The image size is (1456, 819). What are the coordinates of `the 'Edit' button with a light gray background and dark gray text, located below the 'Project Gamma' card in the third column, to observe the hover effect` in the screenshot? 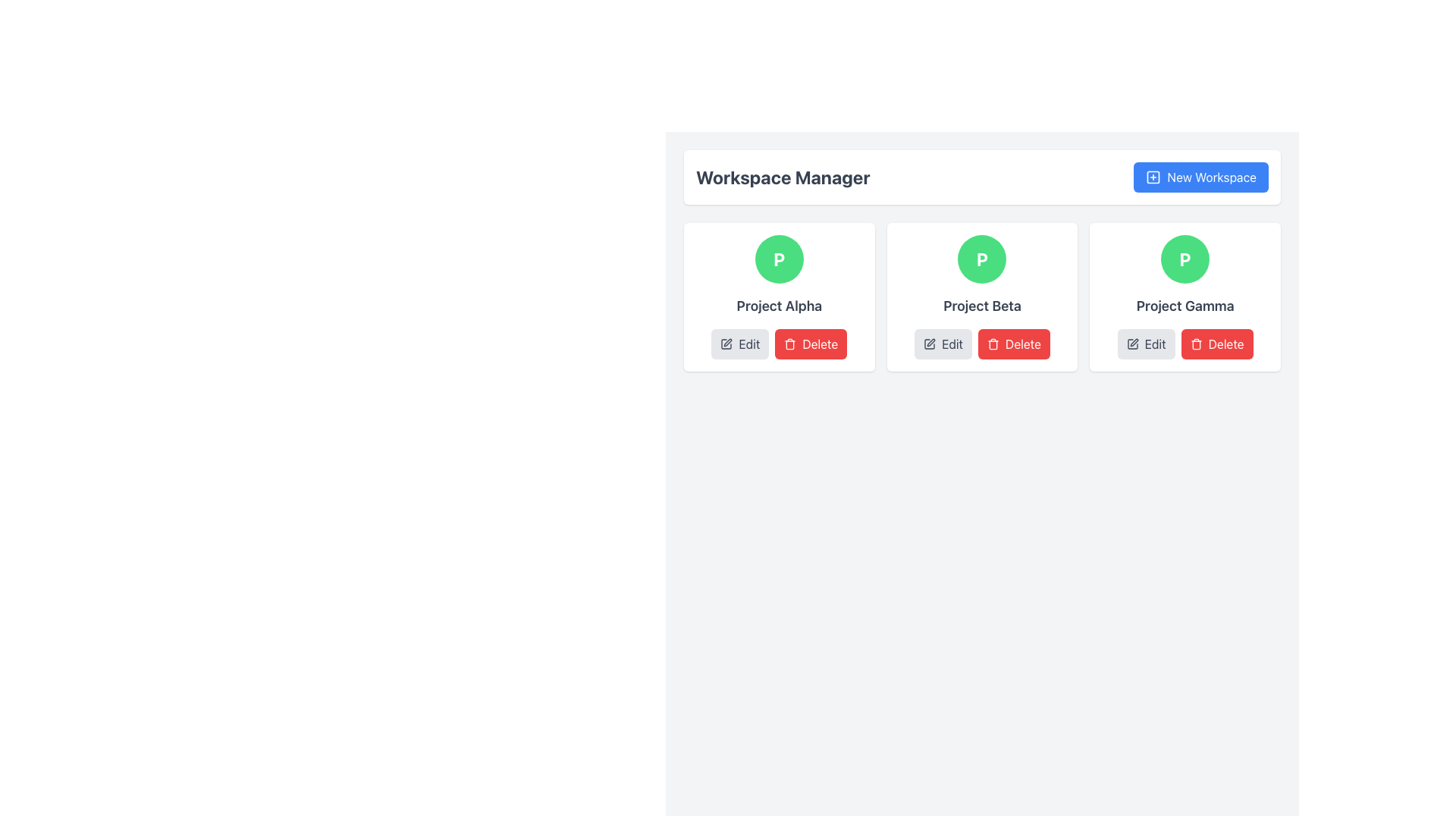 It's located at (1146, 344).